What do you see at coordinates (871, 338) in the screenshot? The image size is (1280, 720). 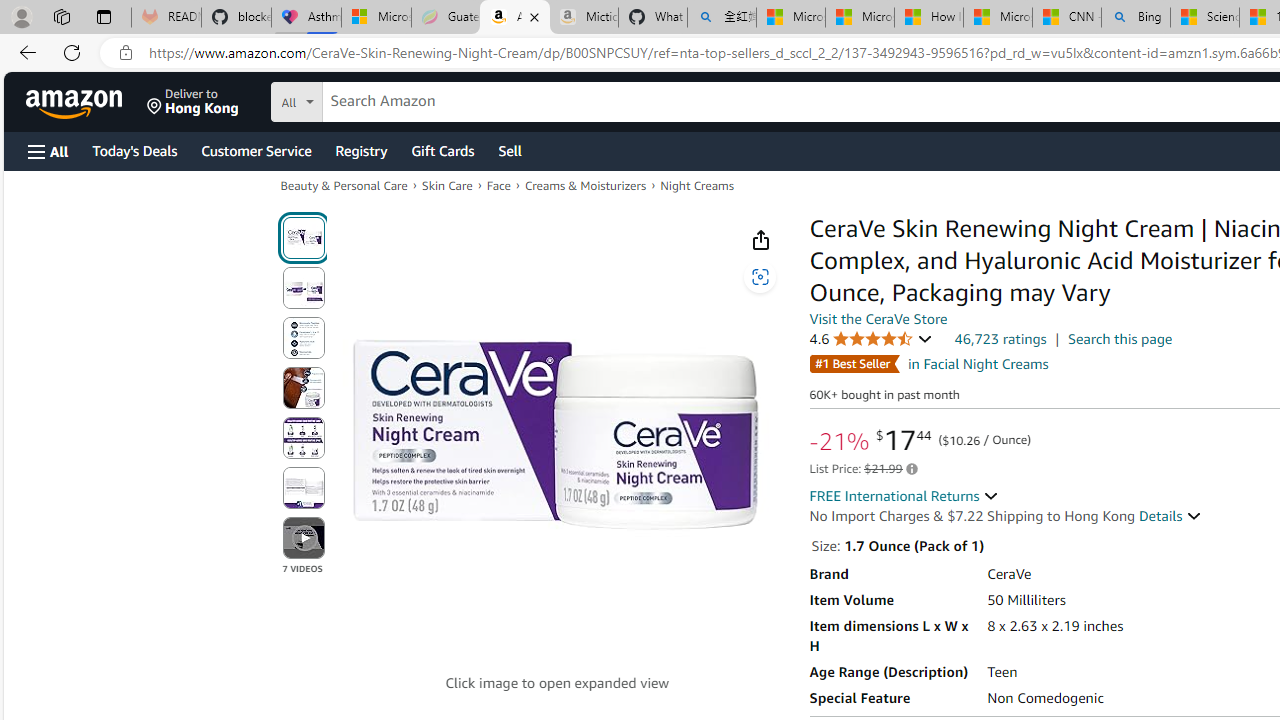 I see `'4.6 4.6 out of 5 stars'` at bounding box center [871, 338].